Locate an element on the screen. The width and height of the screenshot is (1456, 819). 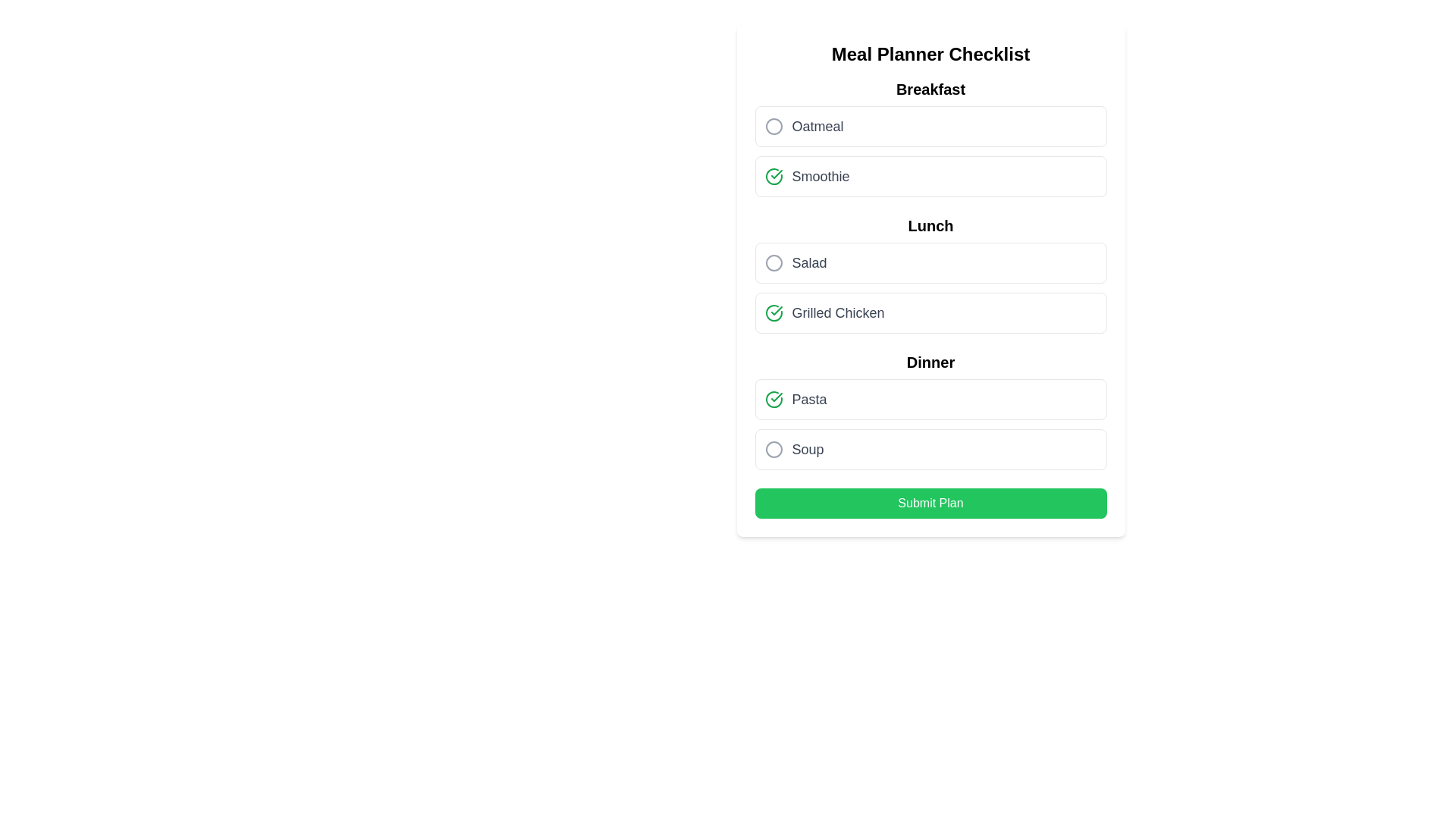
the checkbox in the Breakfast section of the Meal Planner Checklist is located at coordinates (930, 137).